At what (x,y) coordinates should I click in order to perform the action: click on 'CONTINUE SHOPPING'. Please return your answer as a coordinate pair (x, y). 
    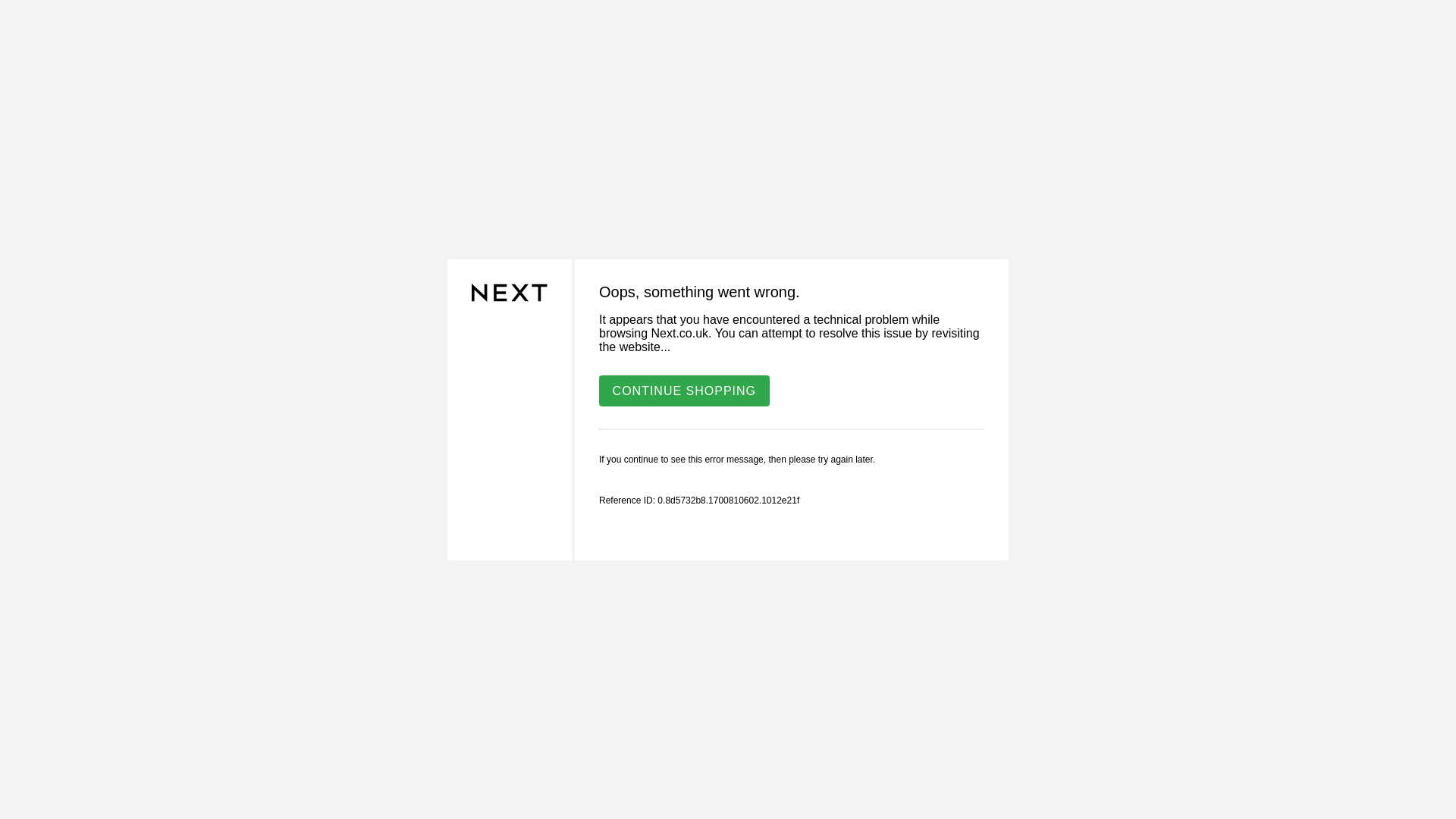
    Looking at the image, I should click on (683, 389).